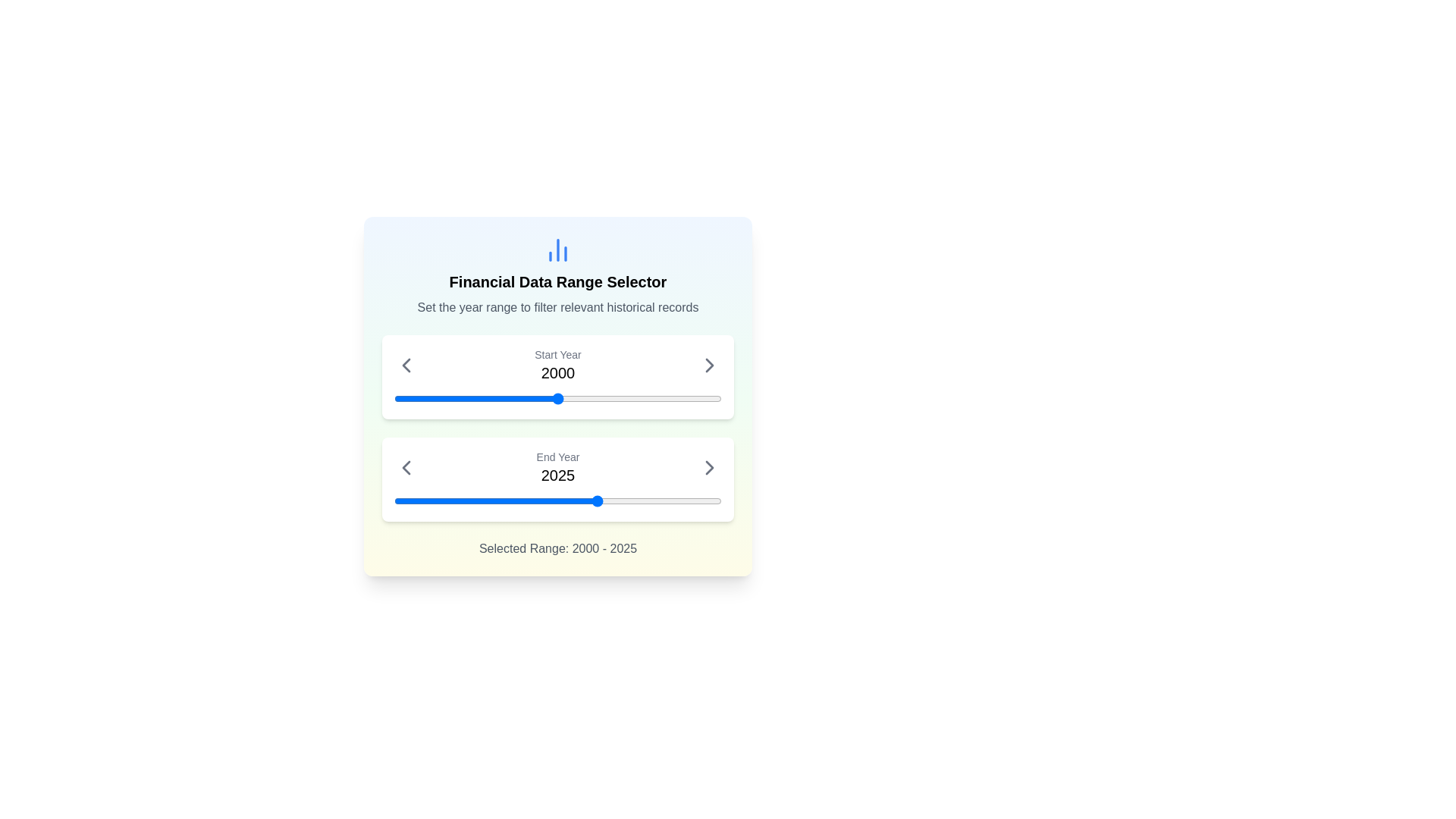 This screenshot has height=819, width=1456. Describe the element at coordinates (557, 456) in the screenshot. I see `the 'End Year' label text, which is styled in small gray text and positioned above the year '2025' in the range selector interface` at that location.